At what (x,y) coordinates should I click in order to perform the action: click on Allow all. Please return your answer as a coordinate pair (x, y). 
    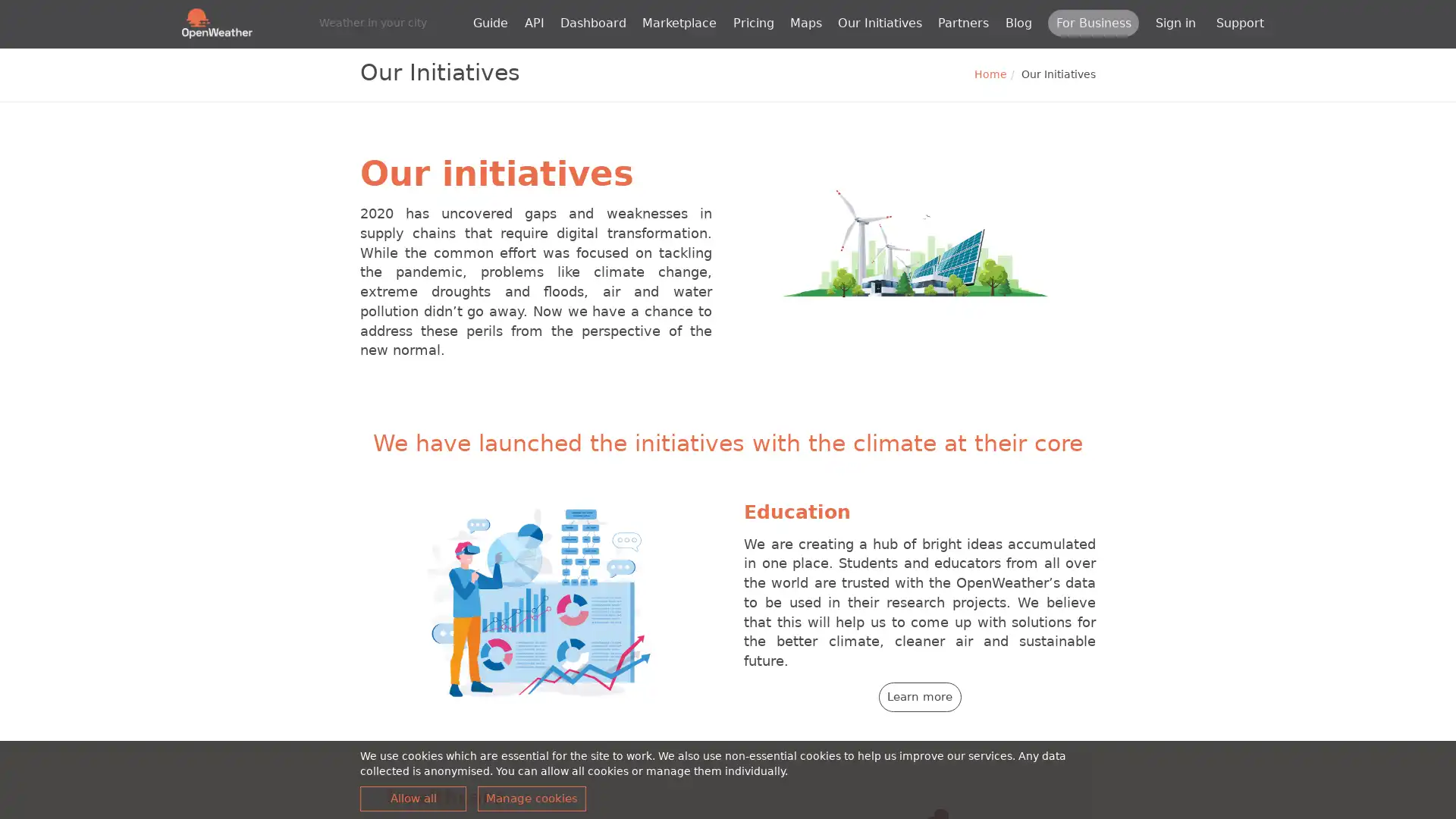
    Looking at the image, I should click on (413, 798).